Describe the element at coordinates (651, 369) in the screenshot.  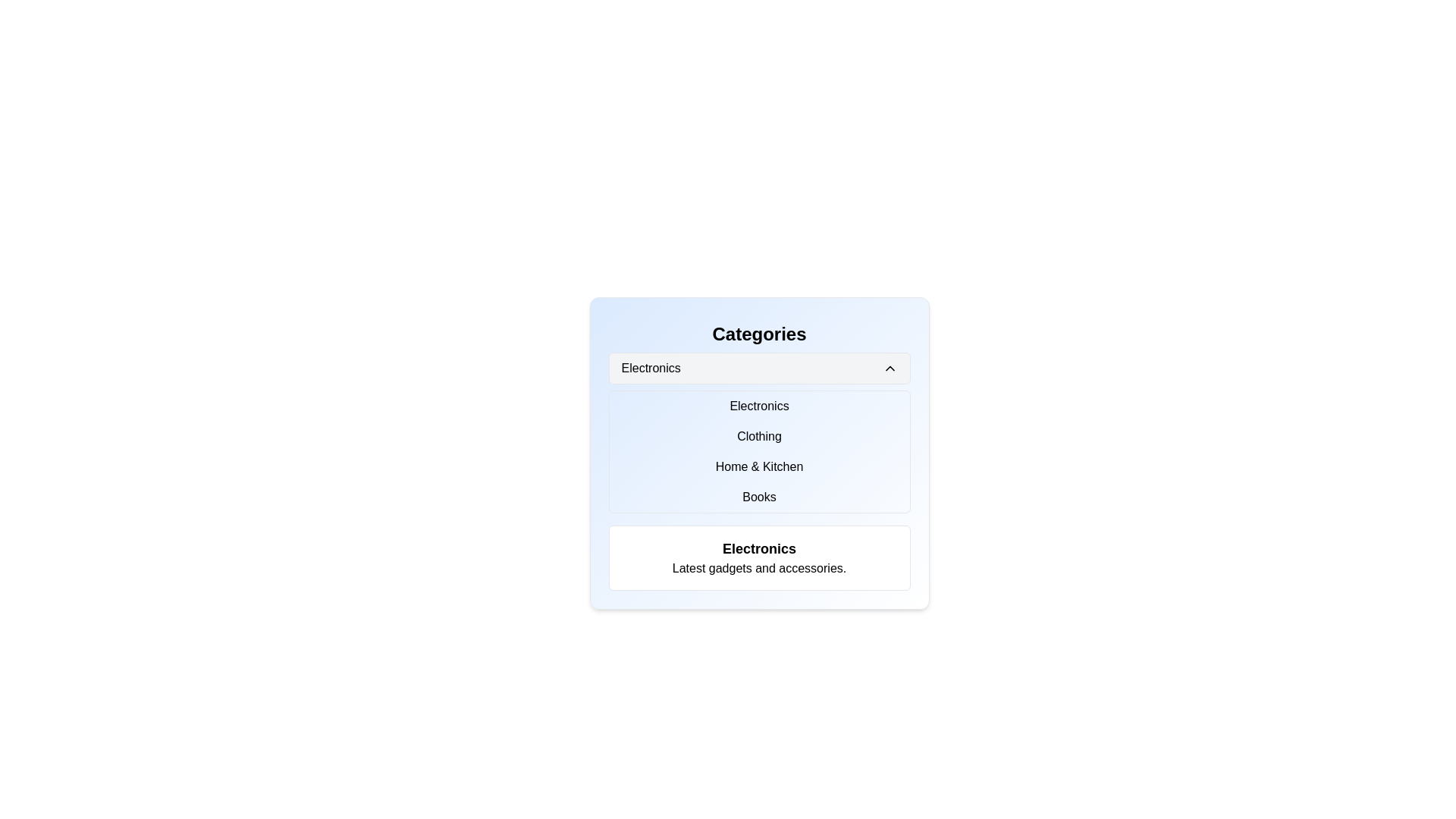
I see `the static text label that displays the currently selected category in the dropdown menu, located in the upper section of the 'Categories' panel` at that location.